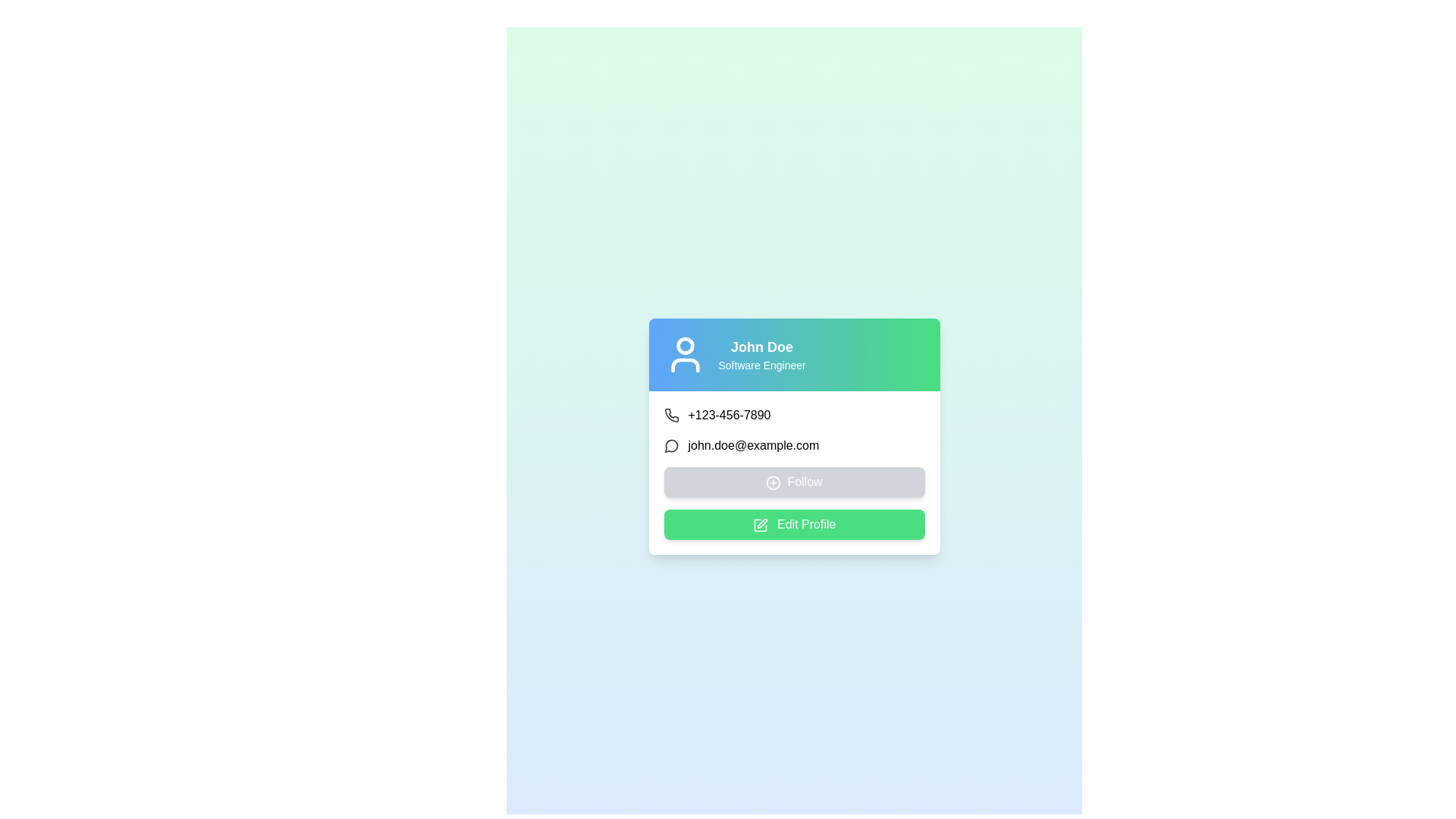 Image resolution: width=1456 pixels, height=819 pixels. I want to click on the user icon represented by a circular head shape above a semi-circular body, located in the upper-left corner of the card layout, so click(684, 354).